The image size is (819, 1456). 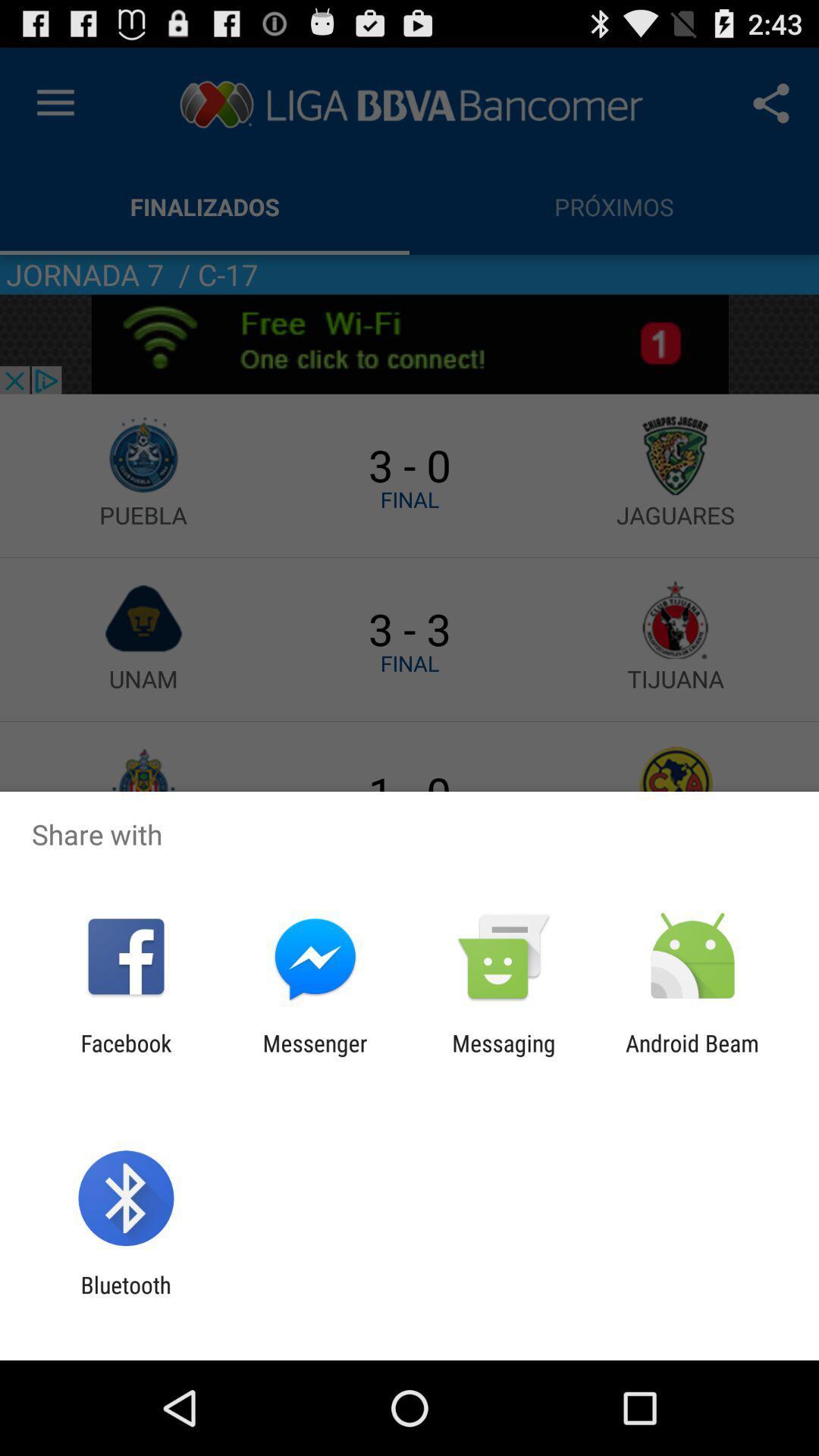 I want to click on the icon next to the messenger app, so click(x=504, y=1056).